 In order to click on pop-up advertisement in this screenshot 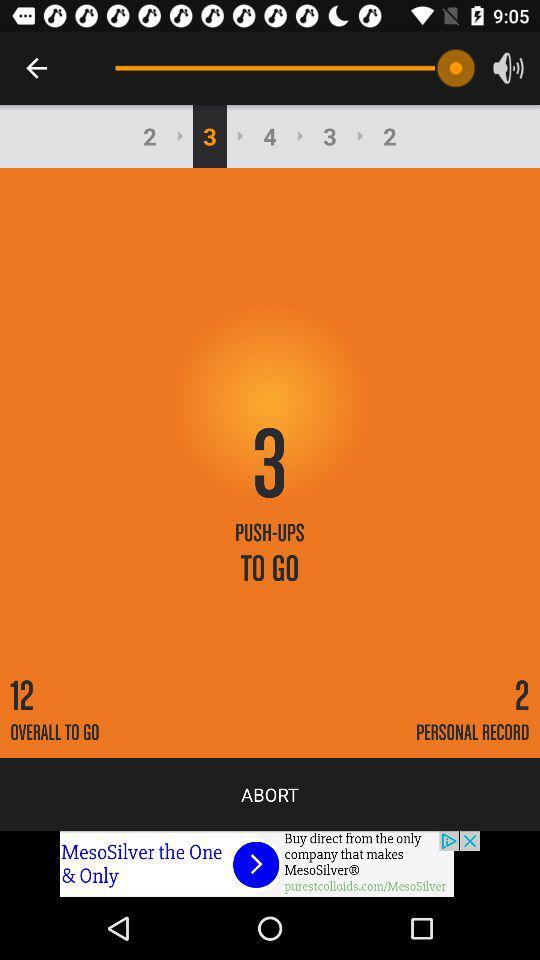, I will do `click(270, 863)`.